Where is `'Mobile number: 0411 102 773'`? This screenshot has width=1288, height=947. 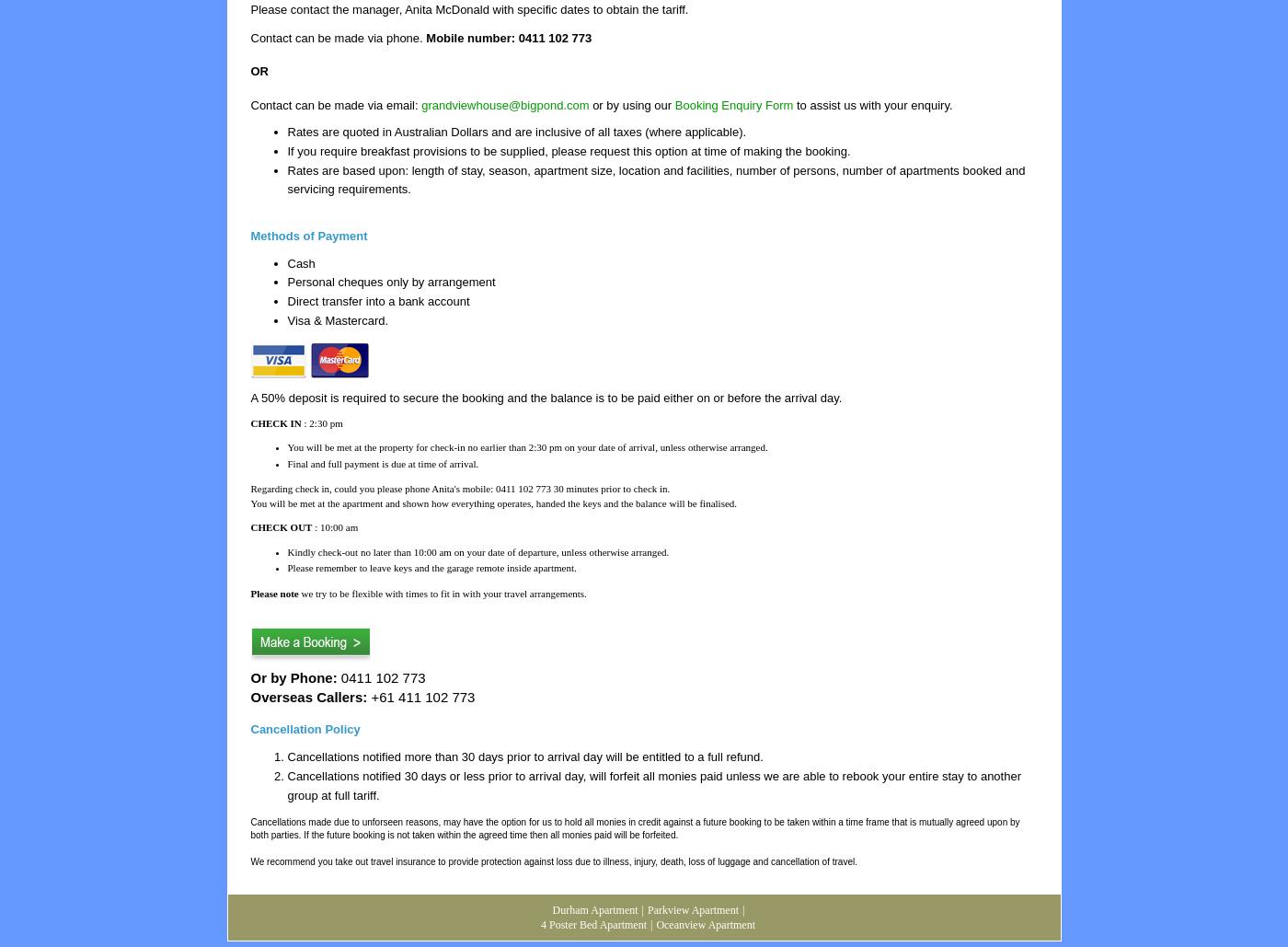
'Mobile number: 0411 102 773' is located at coordinates (509, 38).